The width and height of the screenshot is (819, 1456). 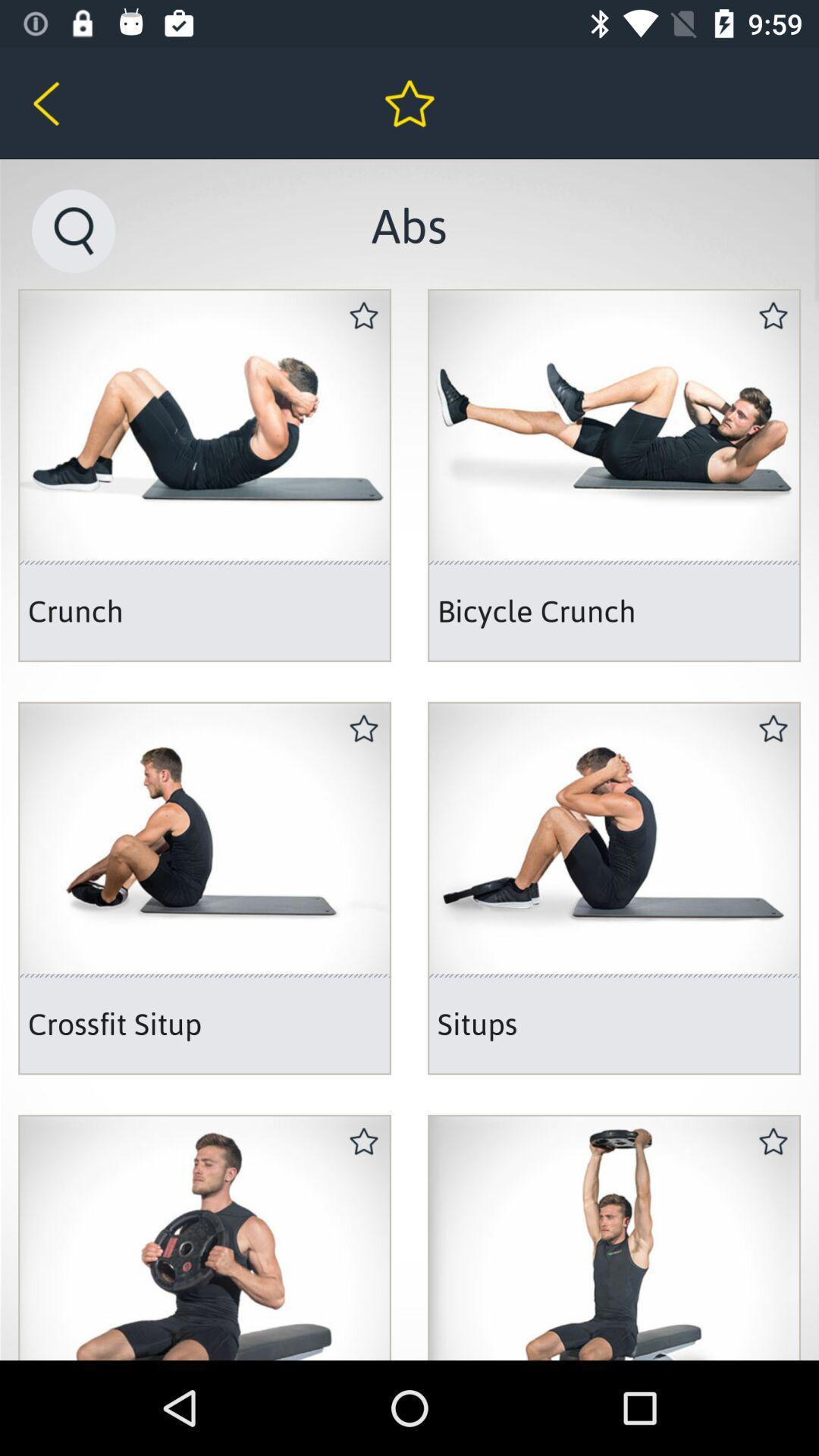 What do you see at coordinates (74, 230) in the screenshot?
I see `the search icon` at bounding box center [74, 230].